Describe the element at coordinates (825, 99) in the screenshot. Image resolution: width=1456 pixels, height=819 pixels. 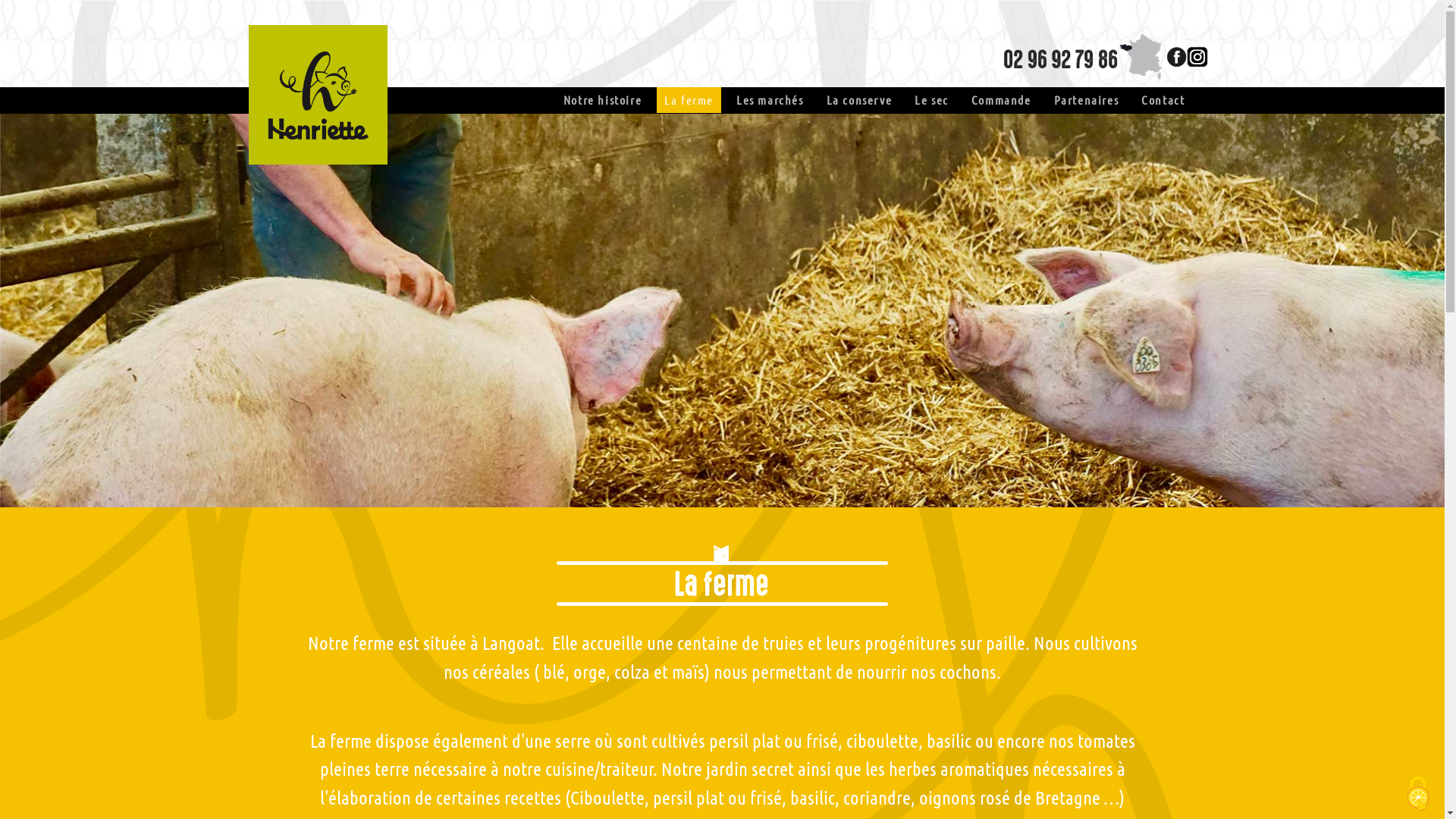
I see `'La conserve'` at that location.